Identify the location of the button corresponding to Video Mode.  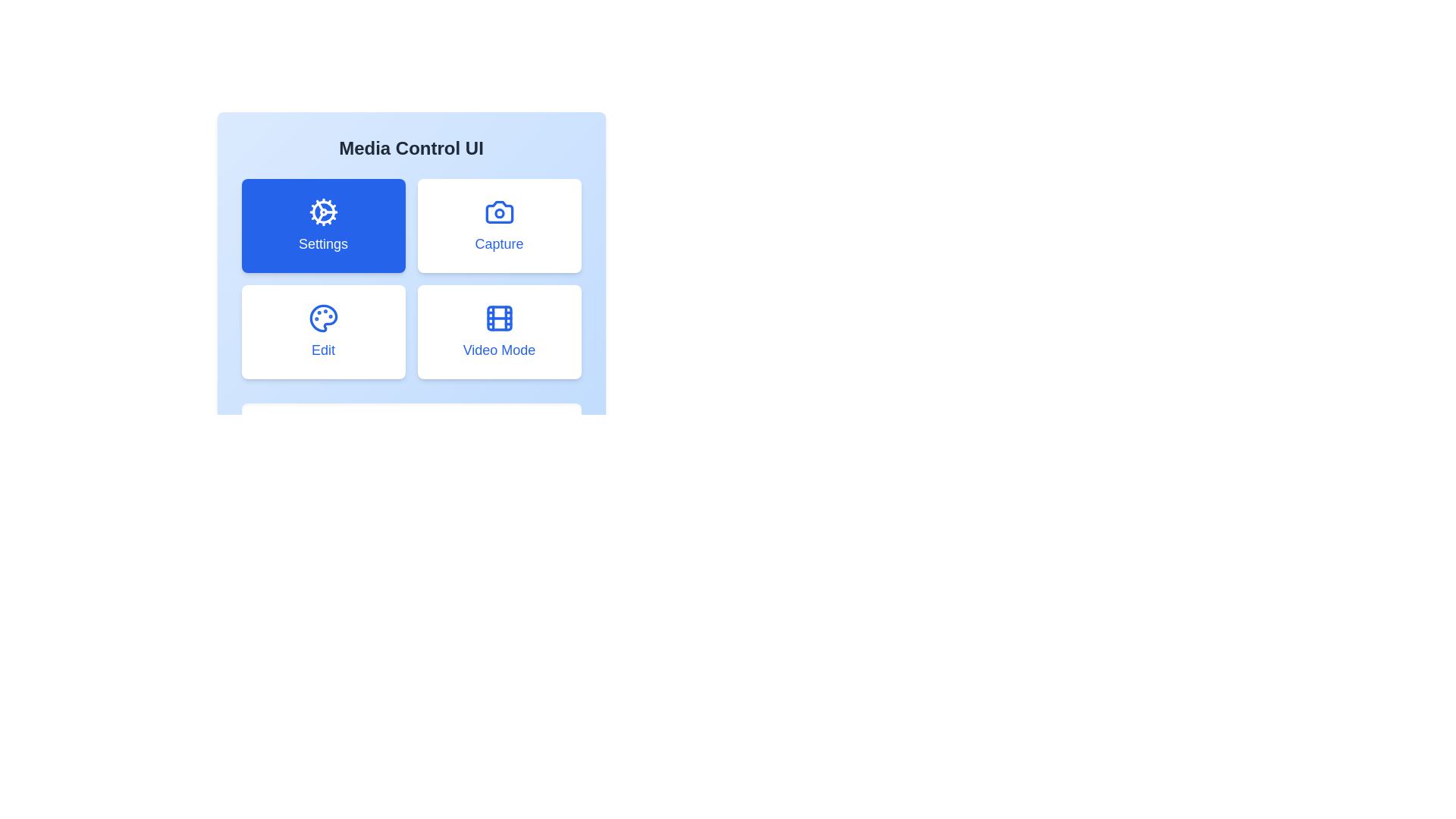
(499, 331).